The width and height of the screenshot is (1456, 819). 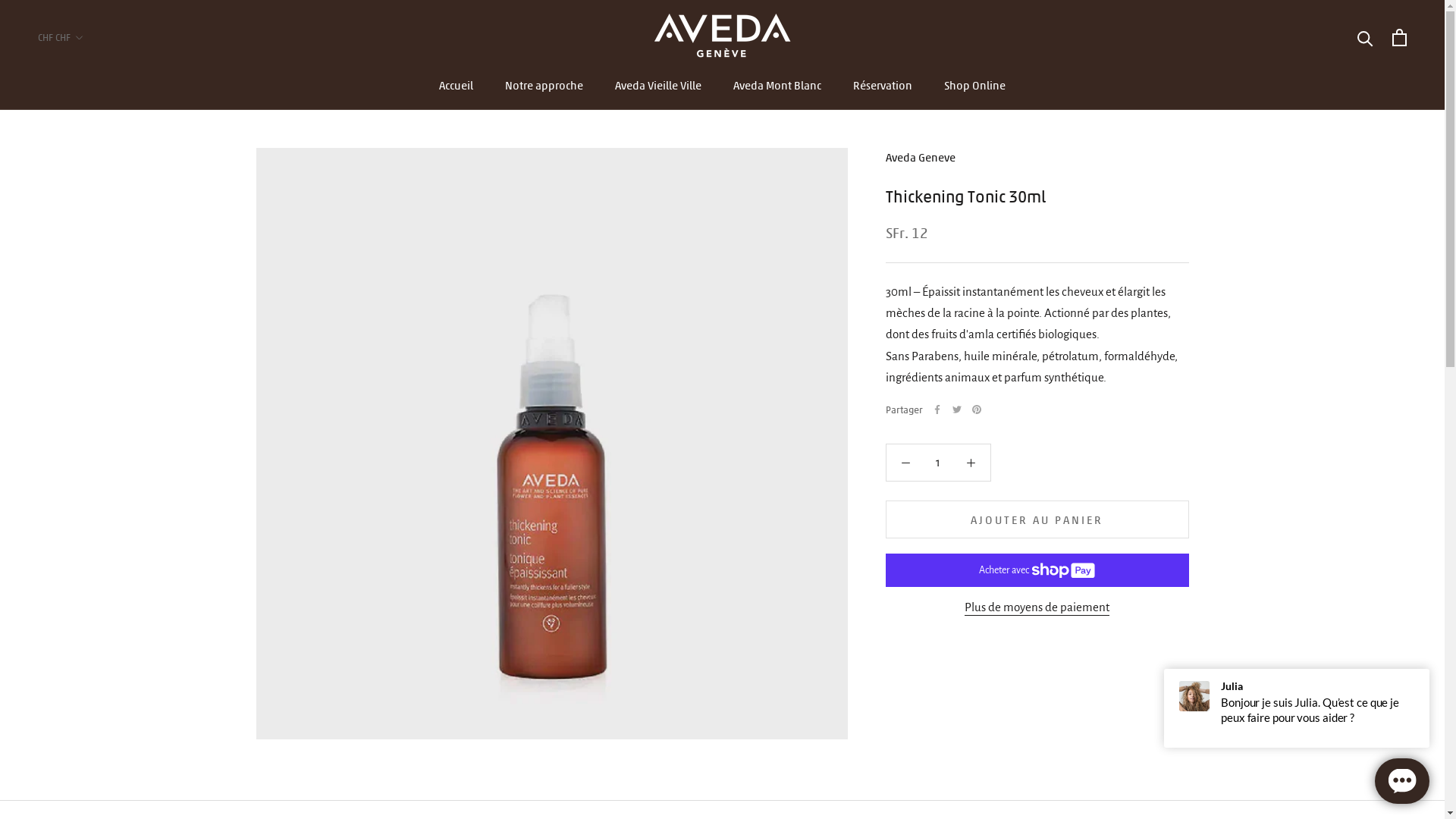 What do you see at coordinates (455, 84) in the screenshot?
I see `'Accueil` at bounding box center [455, 84].